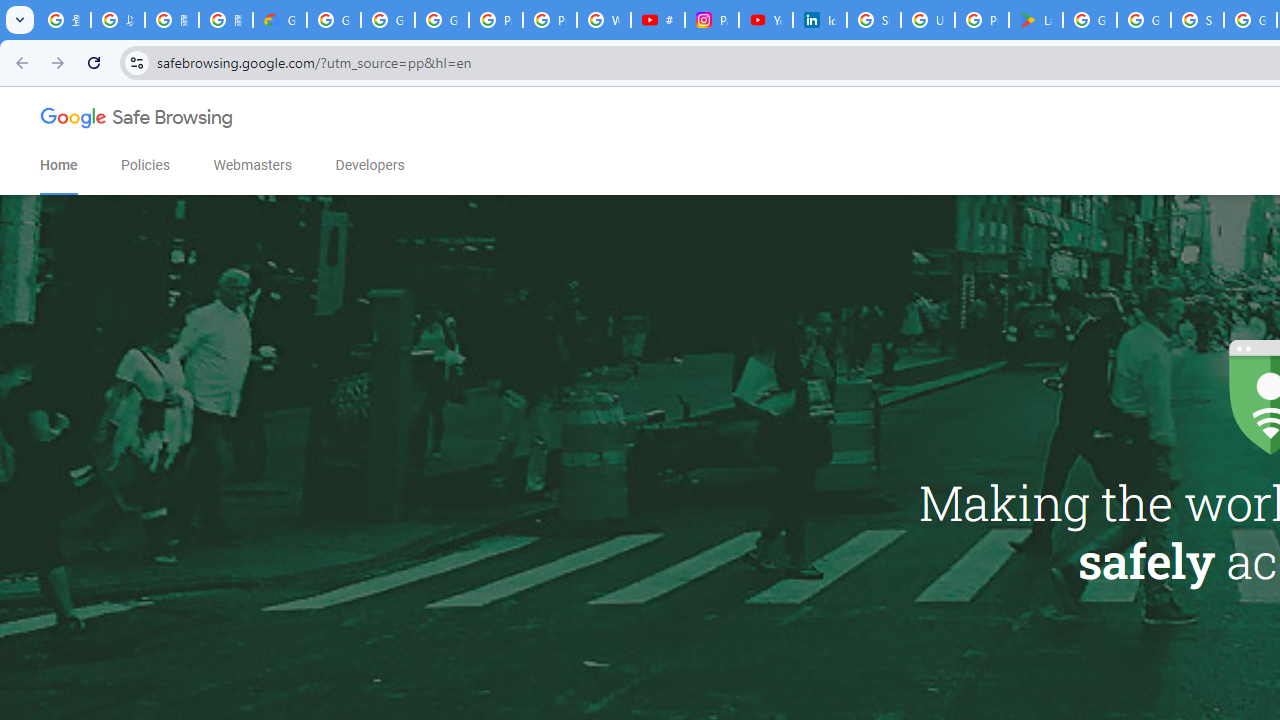  I want to click on 'Privacy Help Center - Policies Help', so click(550, 20).